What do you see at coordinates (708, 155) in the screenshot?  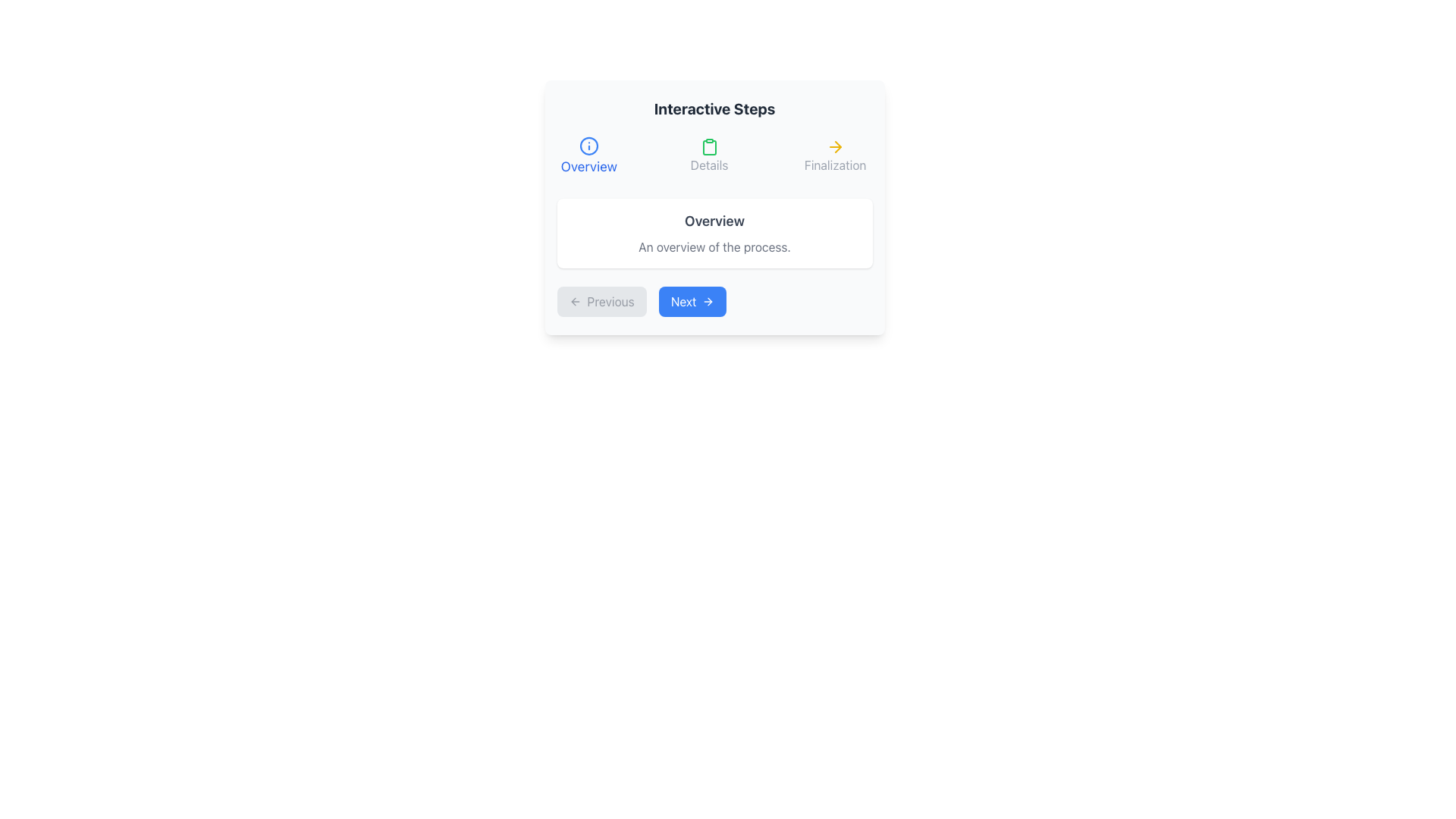 I see `the 'Details' button, which is the second button in a sequence of three steps labeled 'Overview', 'Details', and 'Finalization', featuring a clipboard icon and styled in green and gray colors` at bounding box center [708, 155].